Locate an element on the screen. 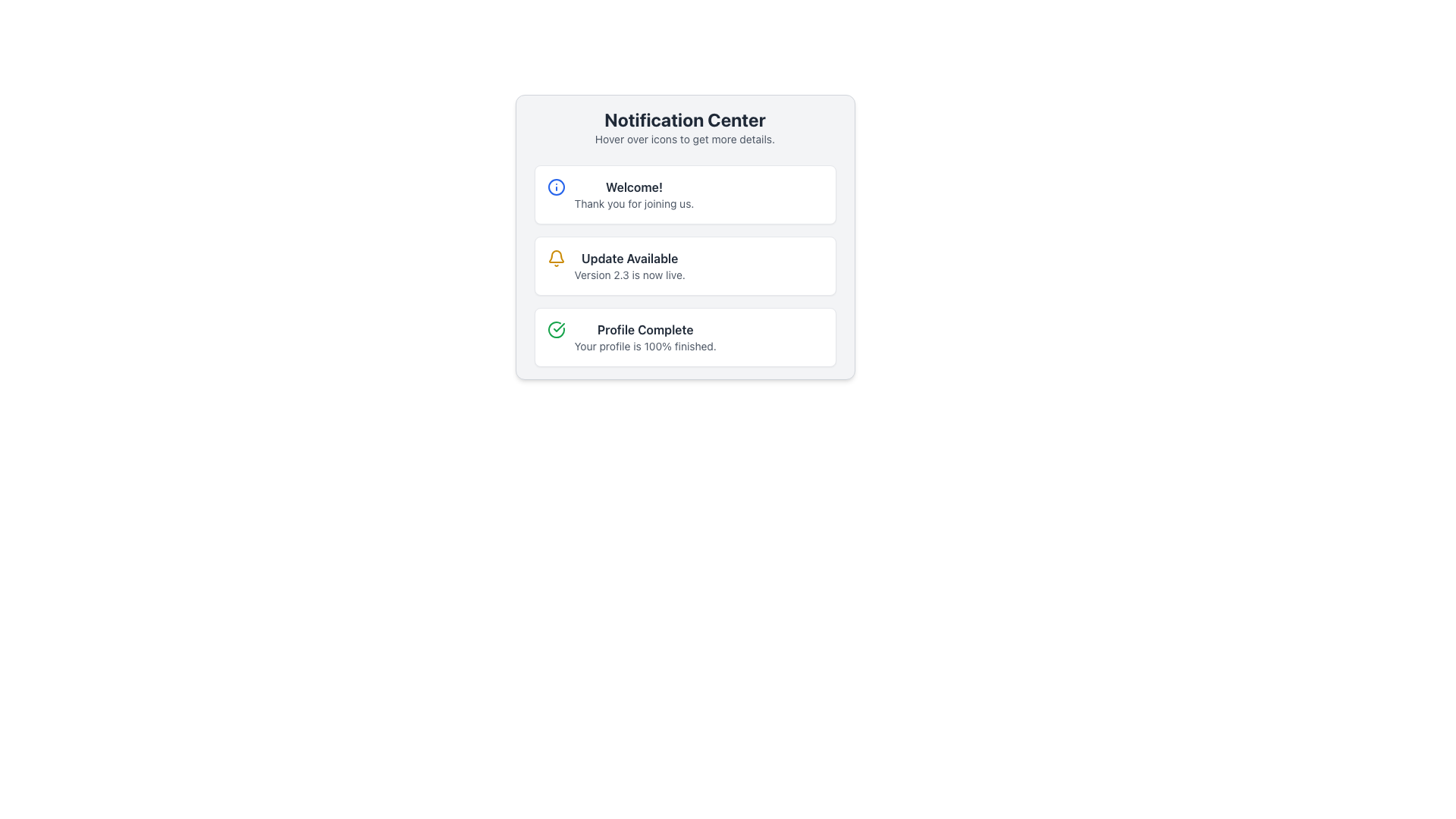  the green checkmark icon within the 'Profile Complete' card in the 'Notification Center' is located at coordinates (555, 329).